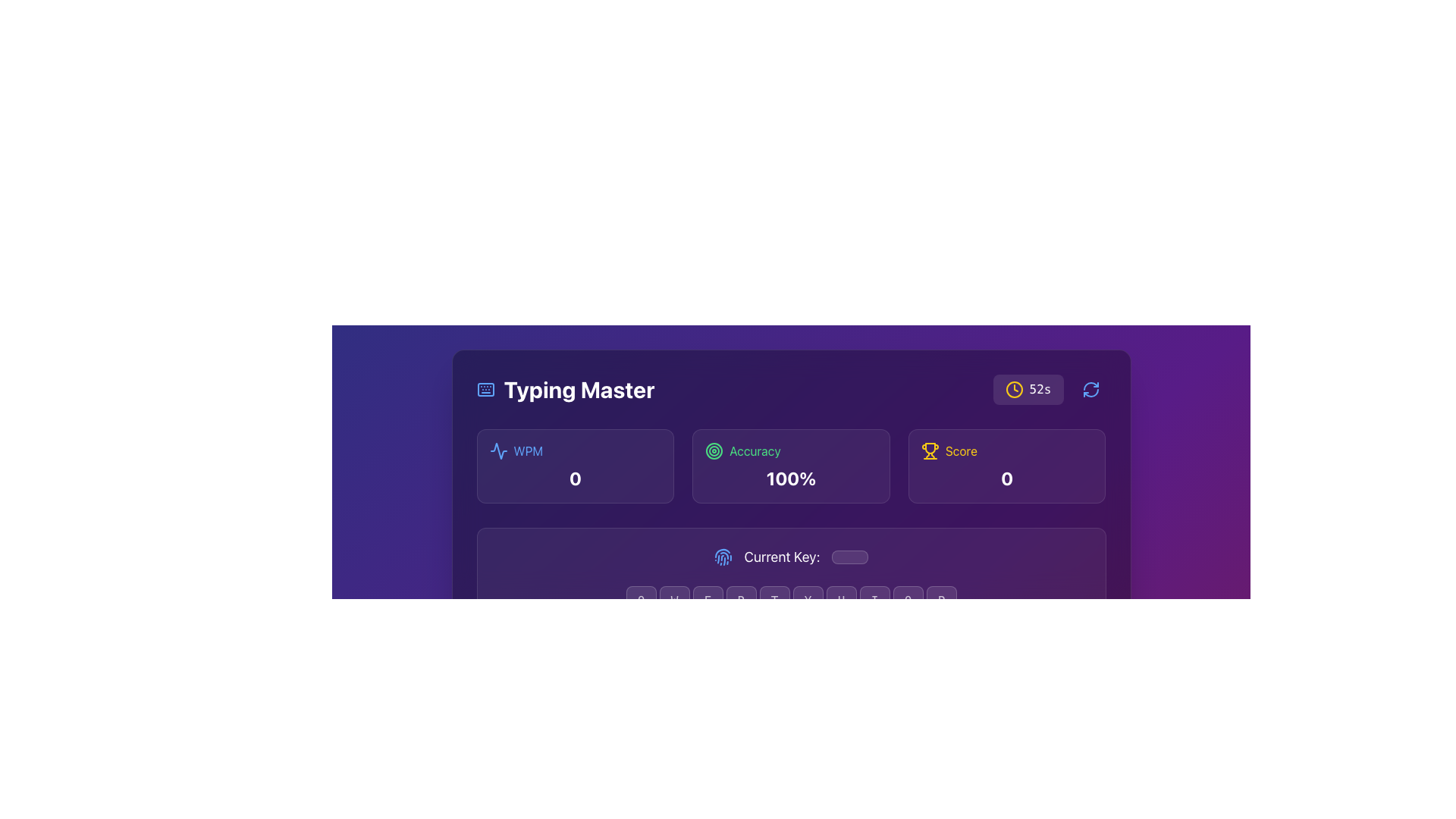 The height and width of the screenshot is (819, 1456). What do you see at coordinates (790, 673) in the screenshot?
I see `the square button with a rounded border, light gray in color, displaying the letter 'V' in white font, which is the fourth button in a horizontal row of buttons spelling 'ZXCVBNM'` at bounding box center [790, 673].